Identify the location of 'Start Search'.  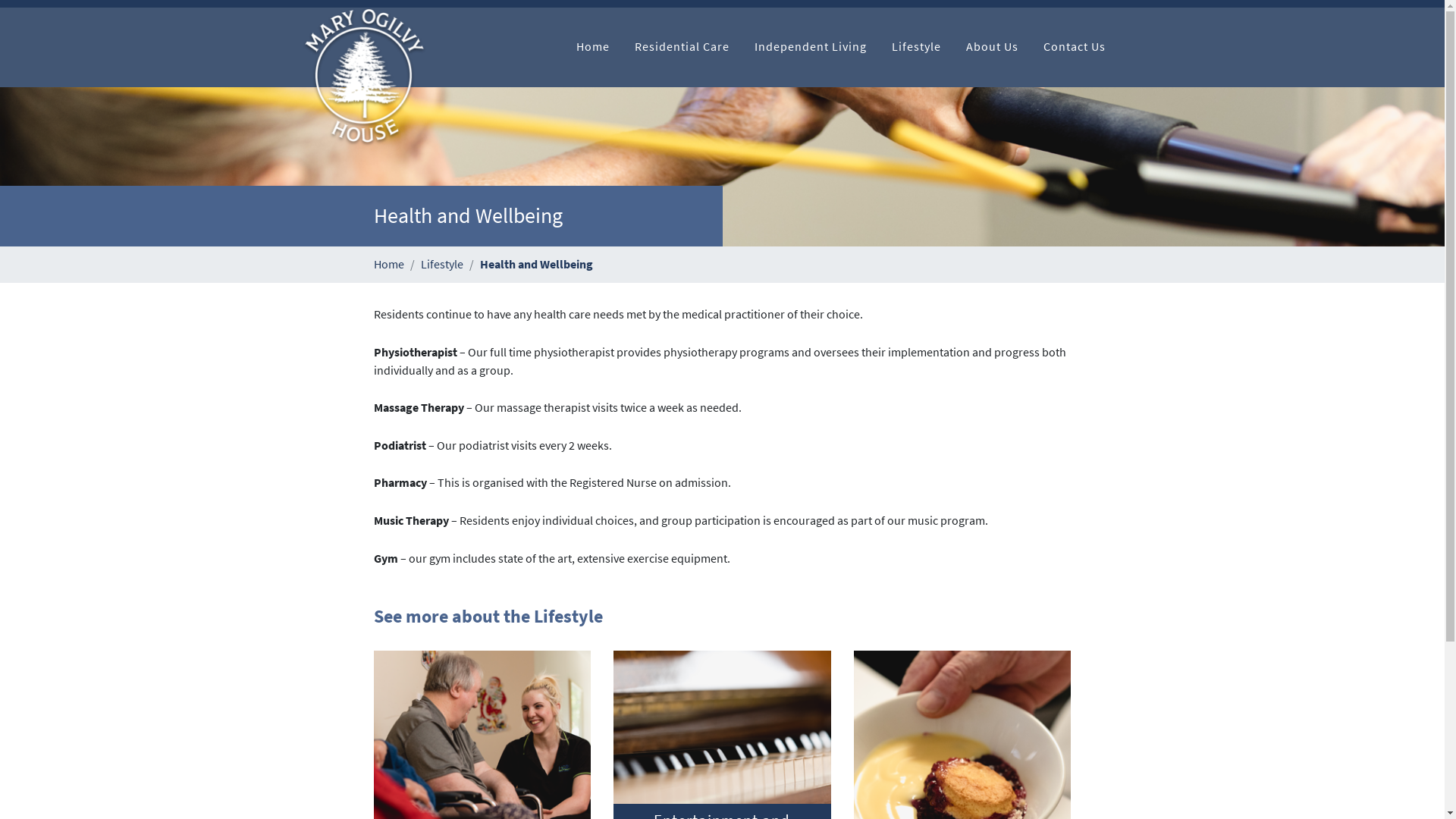
(1133, 49).